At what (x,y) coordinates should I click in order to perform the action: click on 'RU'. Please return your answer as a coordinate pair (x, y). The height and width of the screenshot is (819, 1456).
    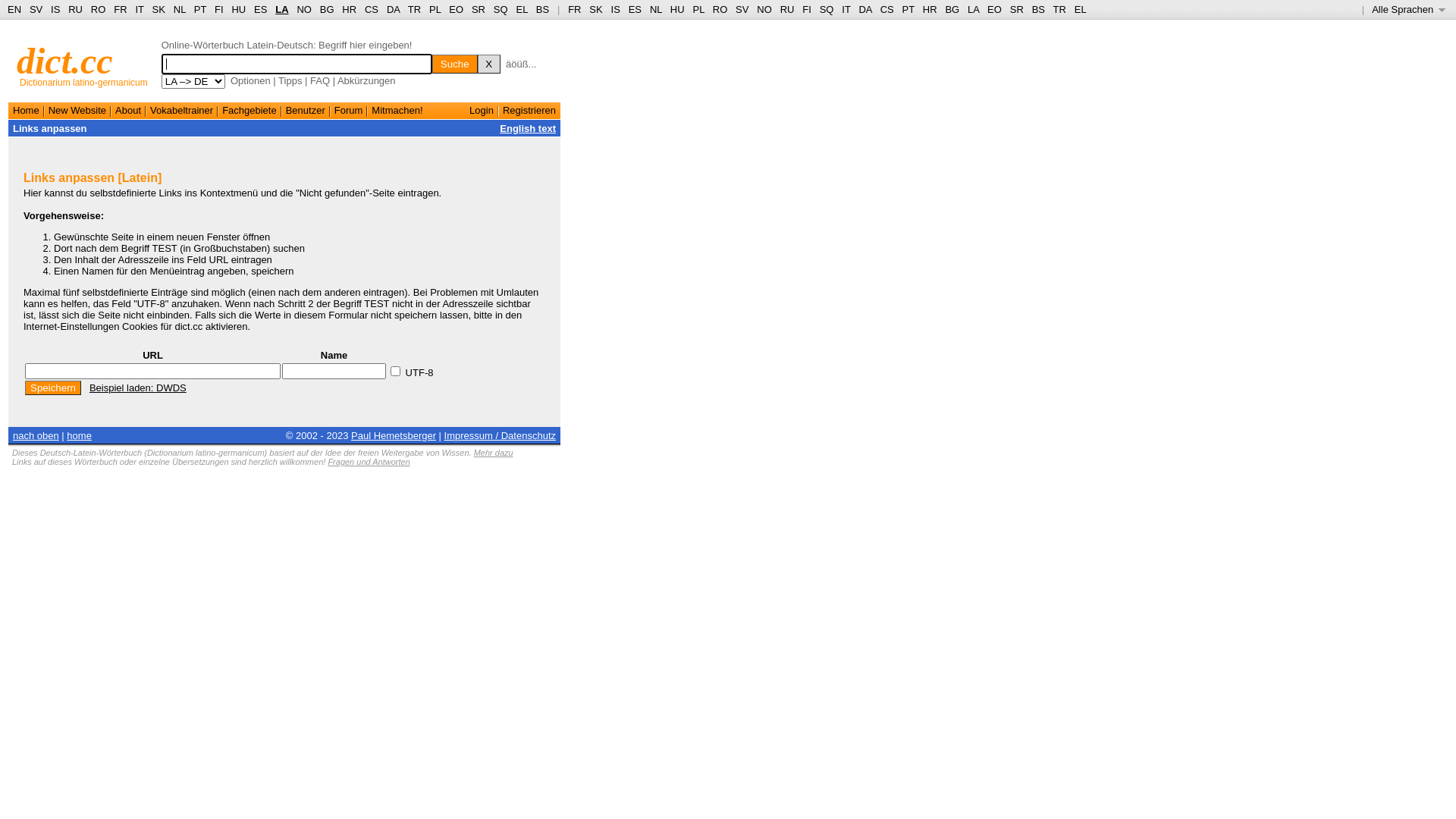
    Looking at the image, I should click on (787, 9).